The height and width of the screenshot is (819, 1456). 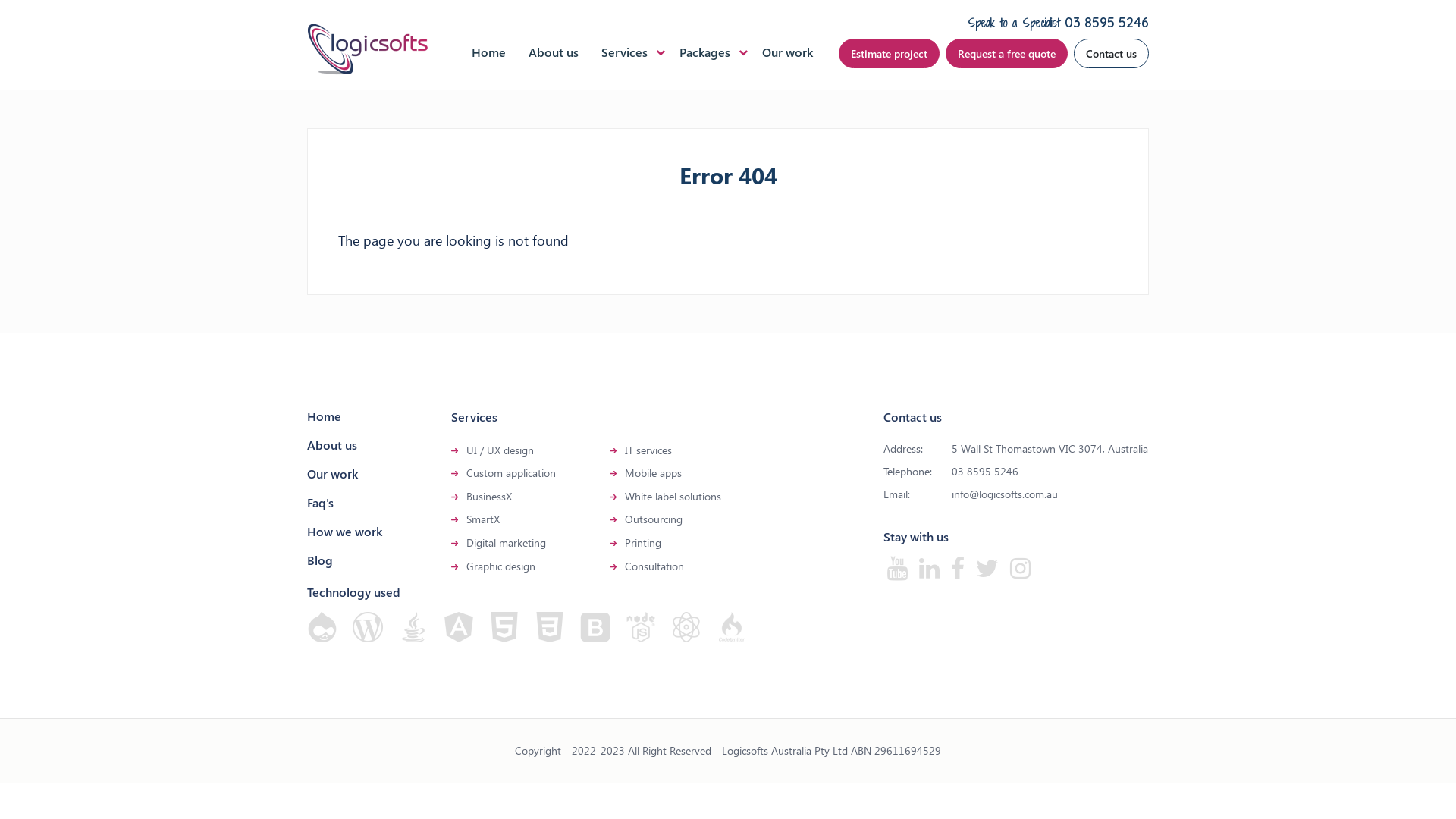 What do you see at coordinates (488, 496) in the screenshot?
I see `'BusinessX'` at bounding box center [488, 496].